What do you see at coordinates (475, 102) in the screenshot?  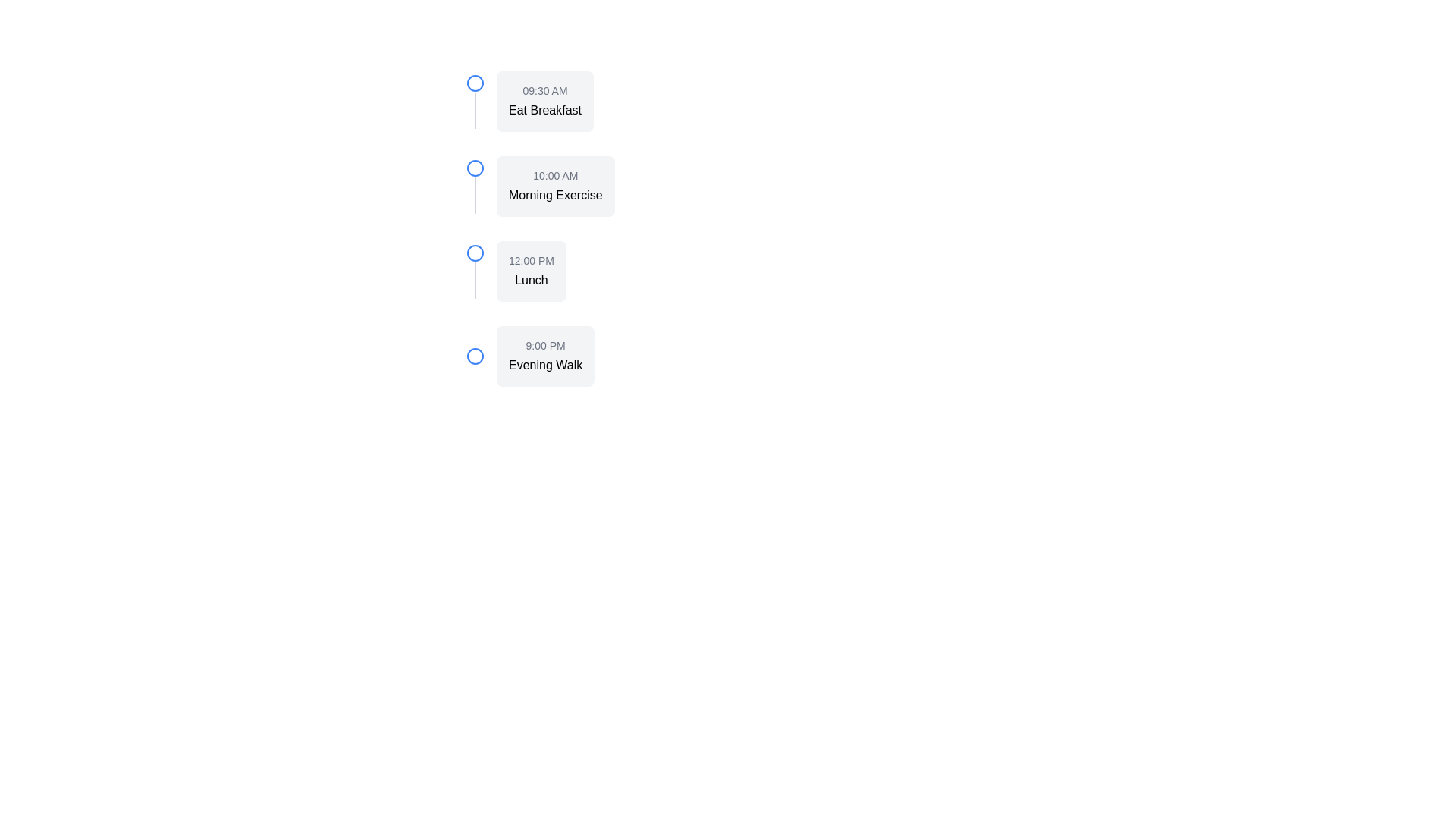 I see `the first Timeline Marker representing the event 'Eat Breakfast' at 09:30 AM` at bounding box center [475, 102].